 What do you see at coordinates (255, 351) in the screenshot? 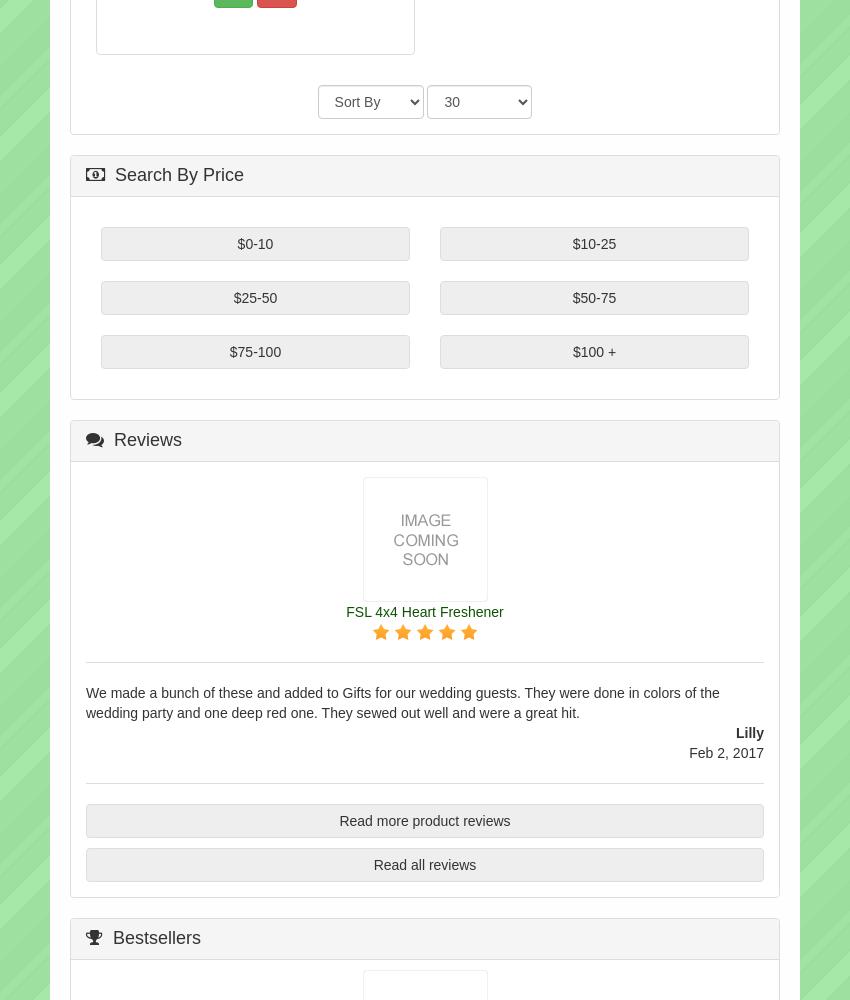
I see `'$75-100'` at bounding box center [255, 351].